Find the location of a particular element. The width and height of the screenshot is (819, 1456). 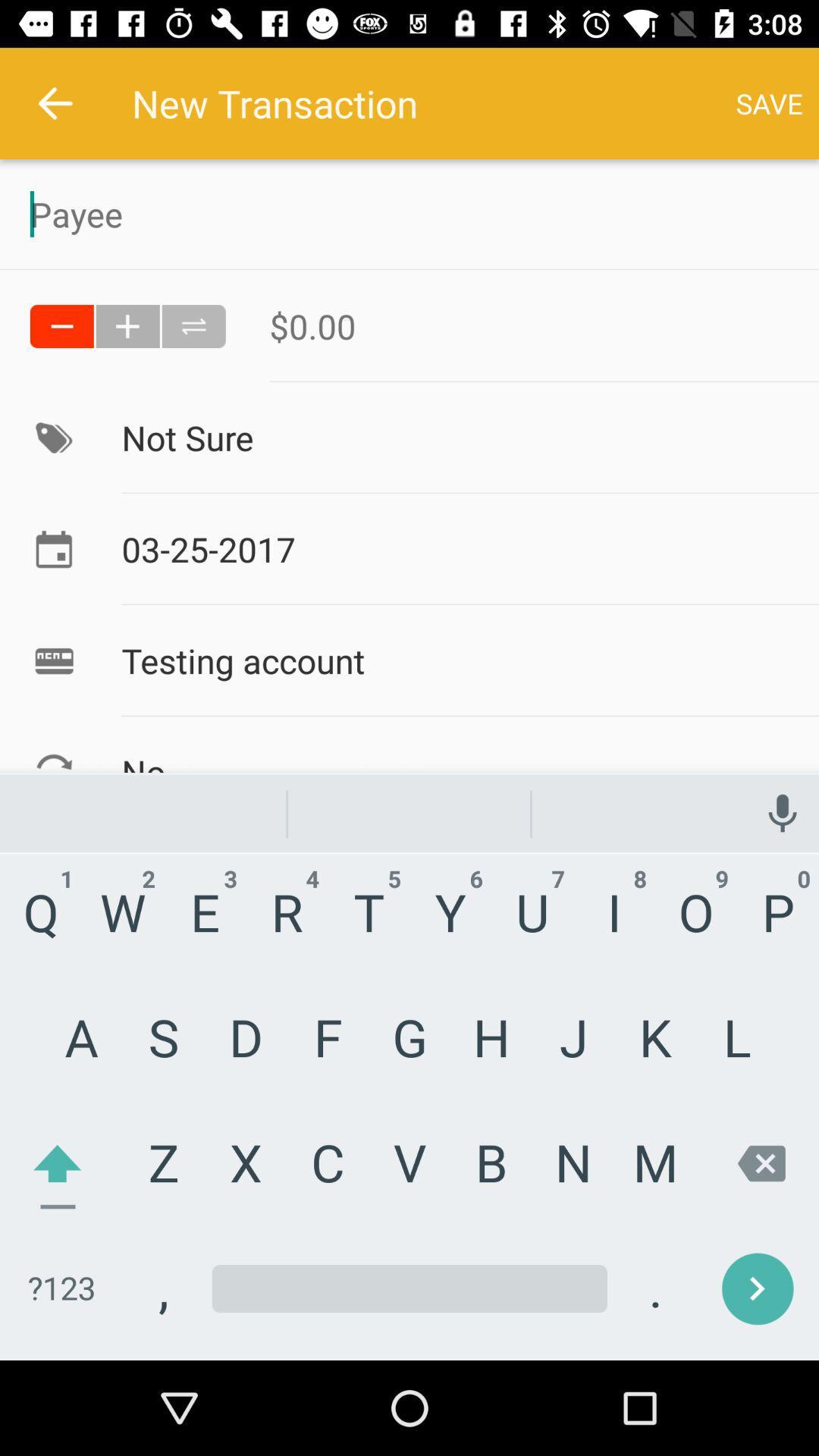

the arrow_forward icon is located at coordinates (720, 1268).